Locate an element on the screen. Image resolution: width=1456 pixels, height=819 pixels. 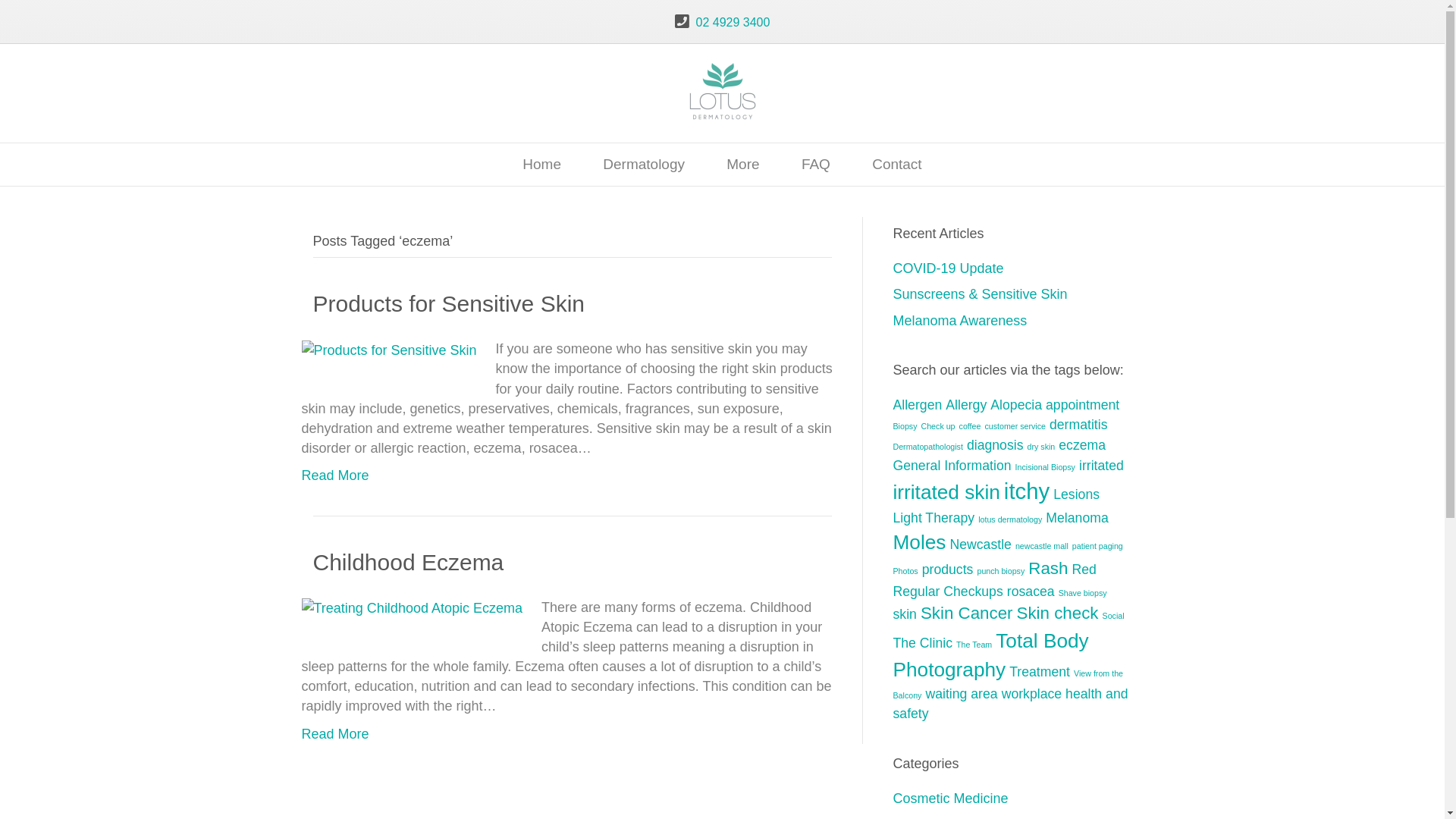
'Total Body Photography' is located at coordinates (893, 654).